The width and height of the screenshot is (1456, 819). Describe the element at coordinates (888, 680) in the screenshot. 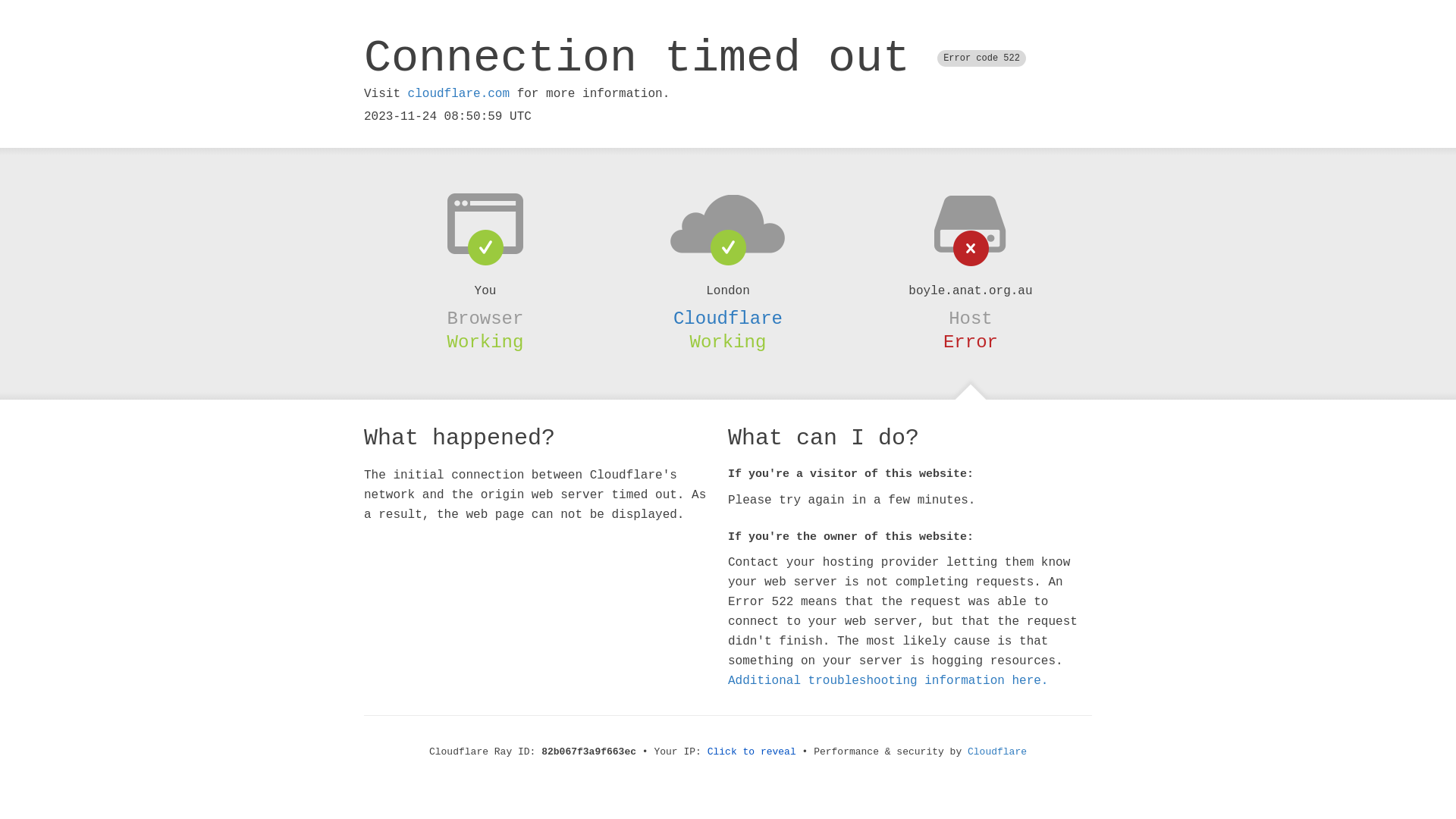

I see `'Additional troubleshooting information here.'` at that location.